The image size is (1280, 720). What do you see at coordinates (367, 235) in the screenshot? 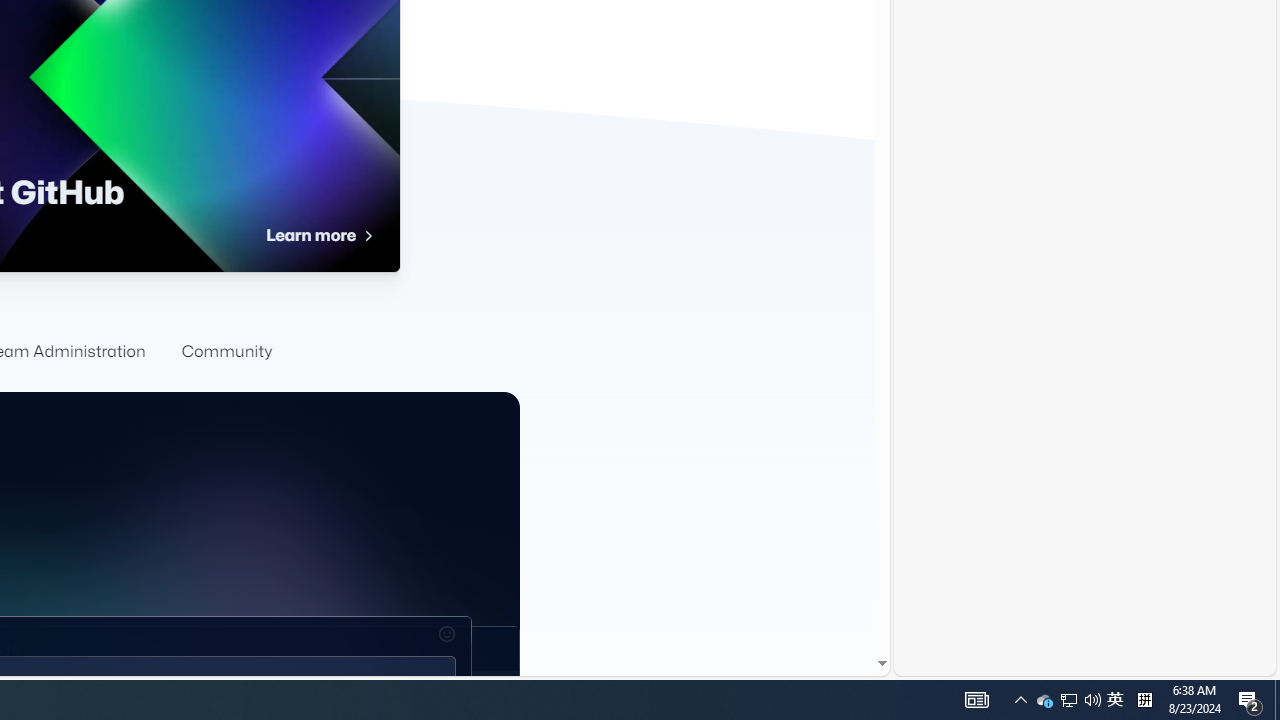
I see `'Class: octicon arrow-symbol-mktg octicon'` at bounding box center [367, 235].